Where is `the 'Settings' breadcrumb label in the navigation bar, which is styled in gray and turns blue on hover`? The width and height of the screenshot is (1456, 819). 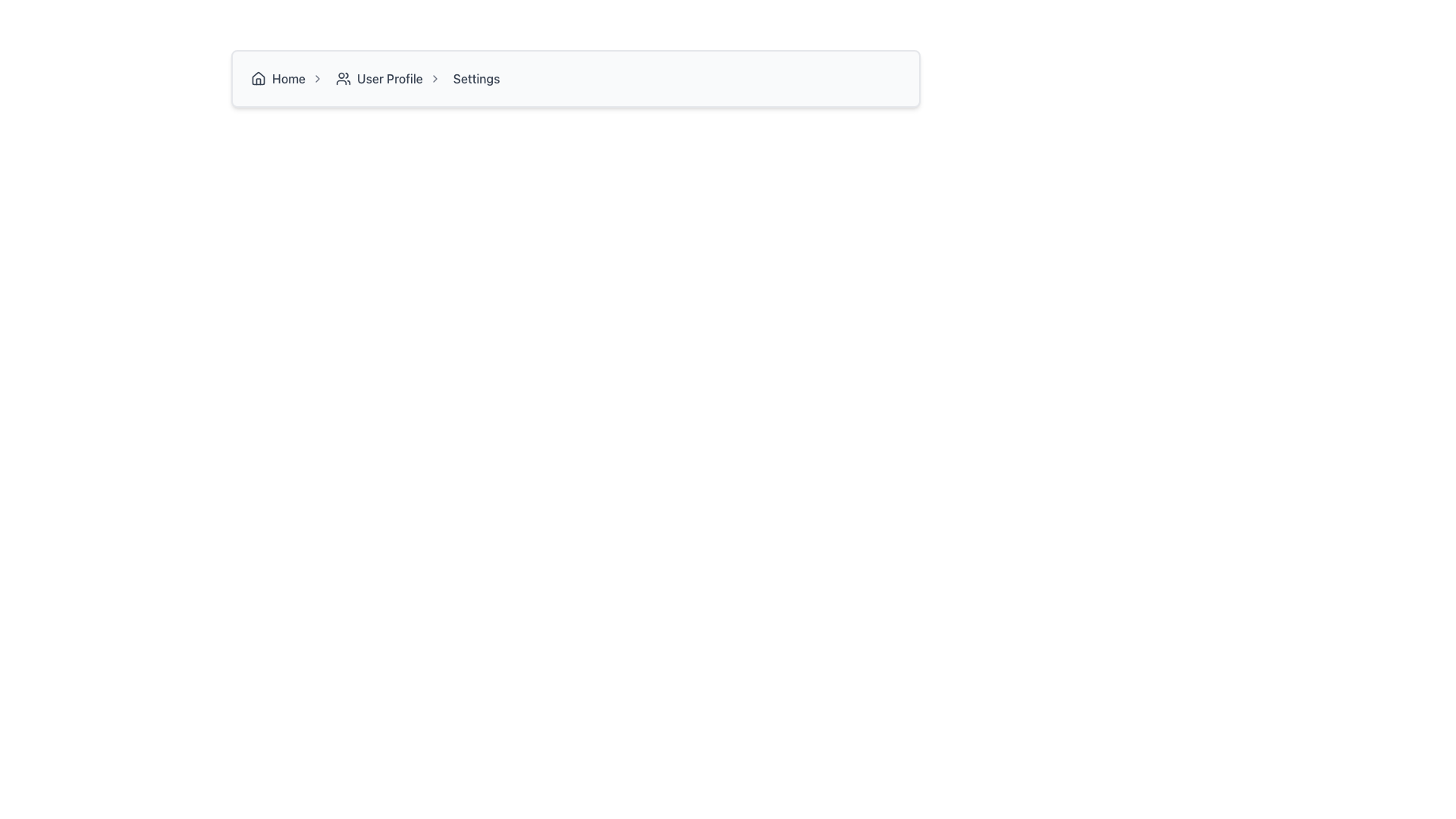 the 'Settings' breadcrumb label in the navigation bar, which is styled in gray and turns blue on hover is located at coordinates (475, 79).